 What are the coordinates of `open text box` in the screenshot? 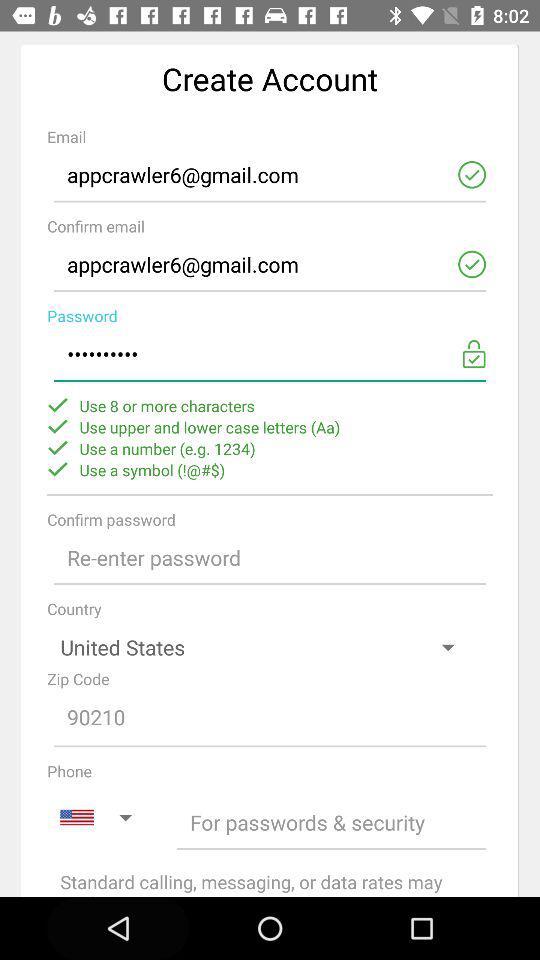 It's located at (270, 557).